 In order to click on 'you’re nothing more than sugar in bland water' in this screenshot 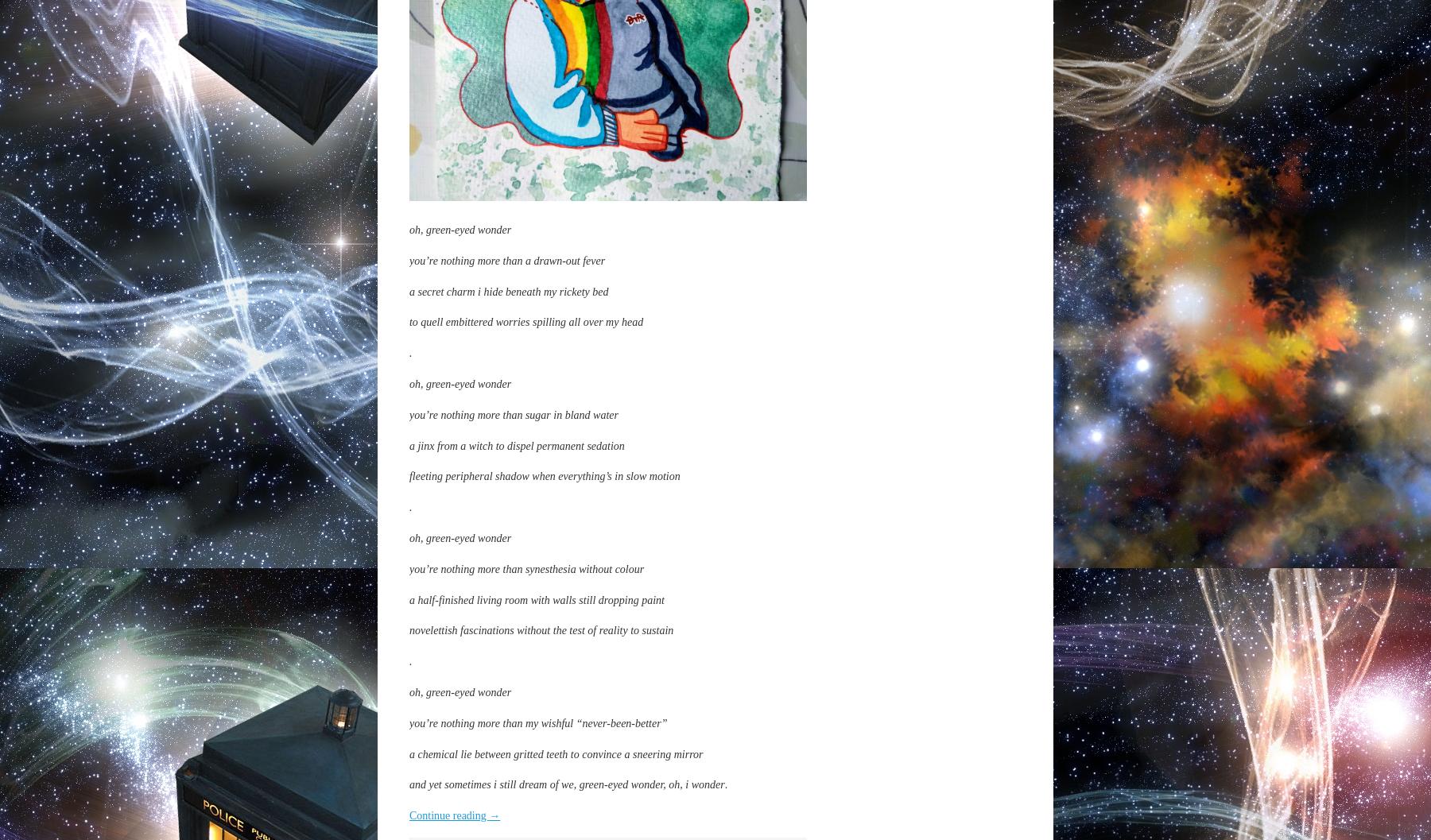, I will do `click(513, 414)`.